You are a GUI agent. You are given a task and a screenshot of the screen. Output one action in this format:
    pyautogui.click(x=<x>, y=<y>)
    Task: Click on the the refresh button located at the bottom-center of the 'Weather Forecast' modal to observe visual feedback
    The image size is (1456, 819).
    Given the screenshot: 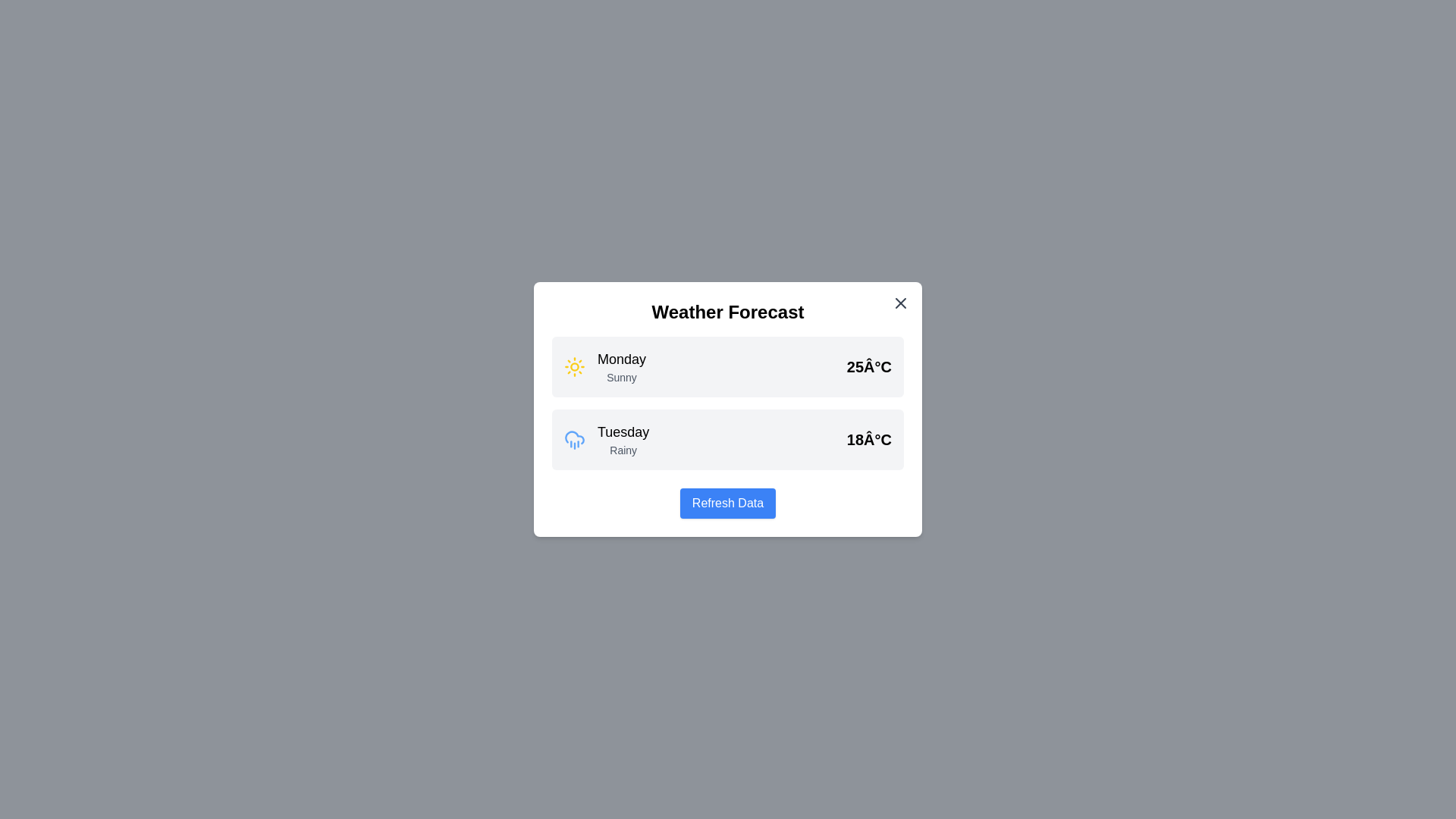 What is the action you would take?
    pyautogui.click(x=728, y=503)
    